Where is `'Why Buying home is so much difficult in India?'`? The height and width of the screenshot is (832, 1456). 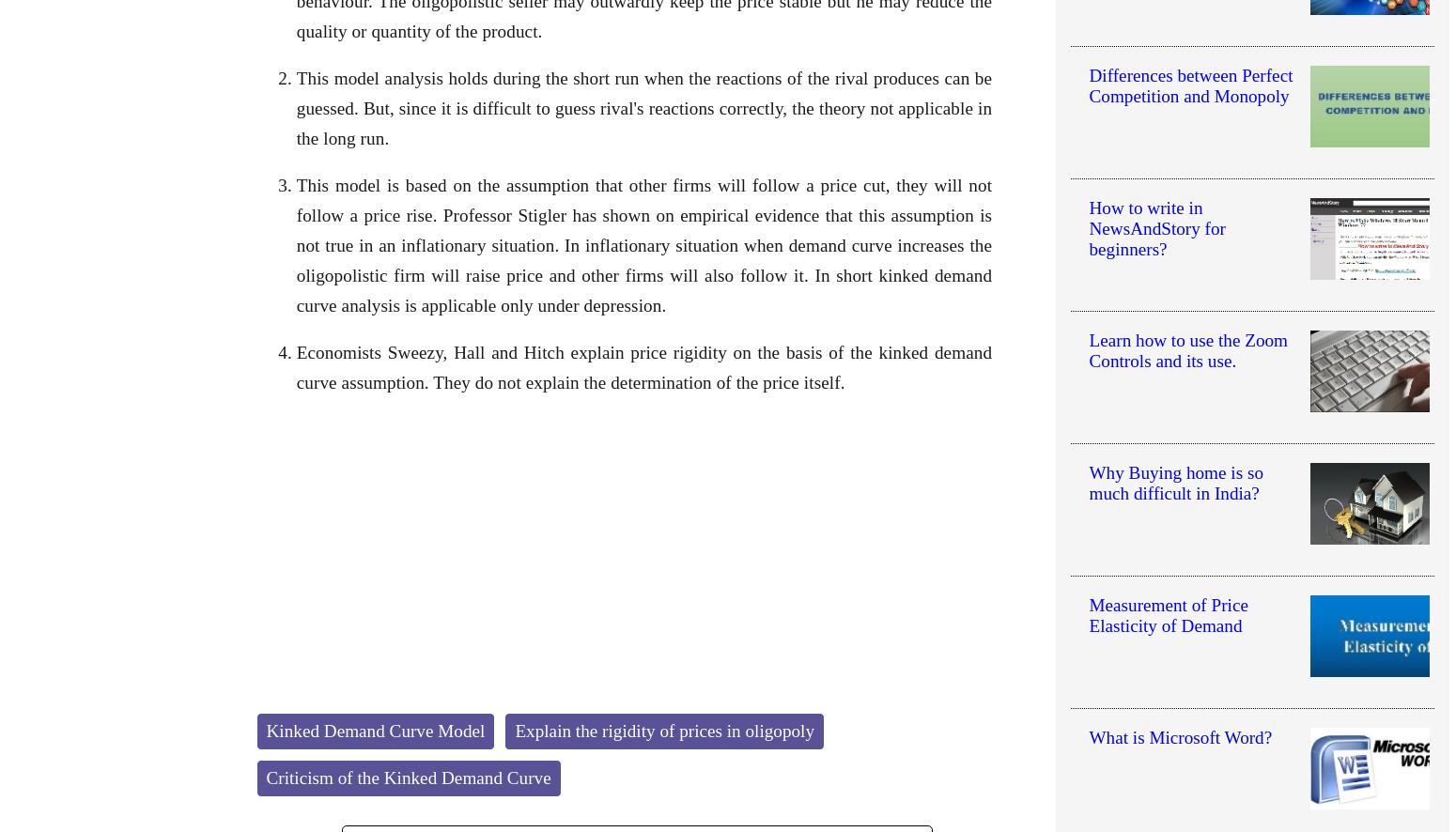 'Why Buying home is so much difficult in India?' is located at coordinates (1174, 482).